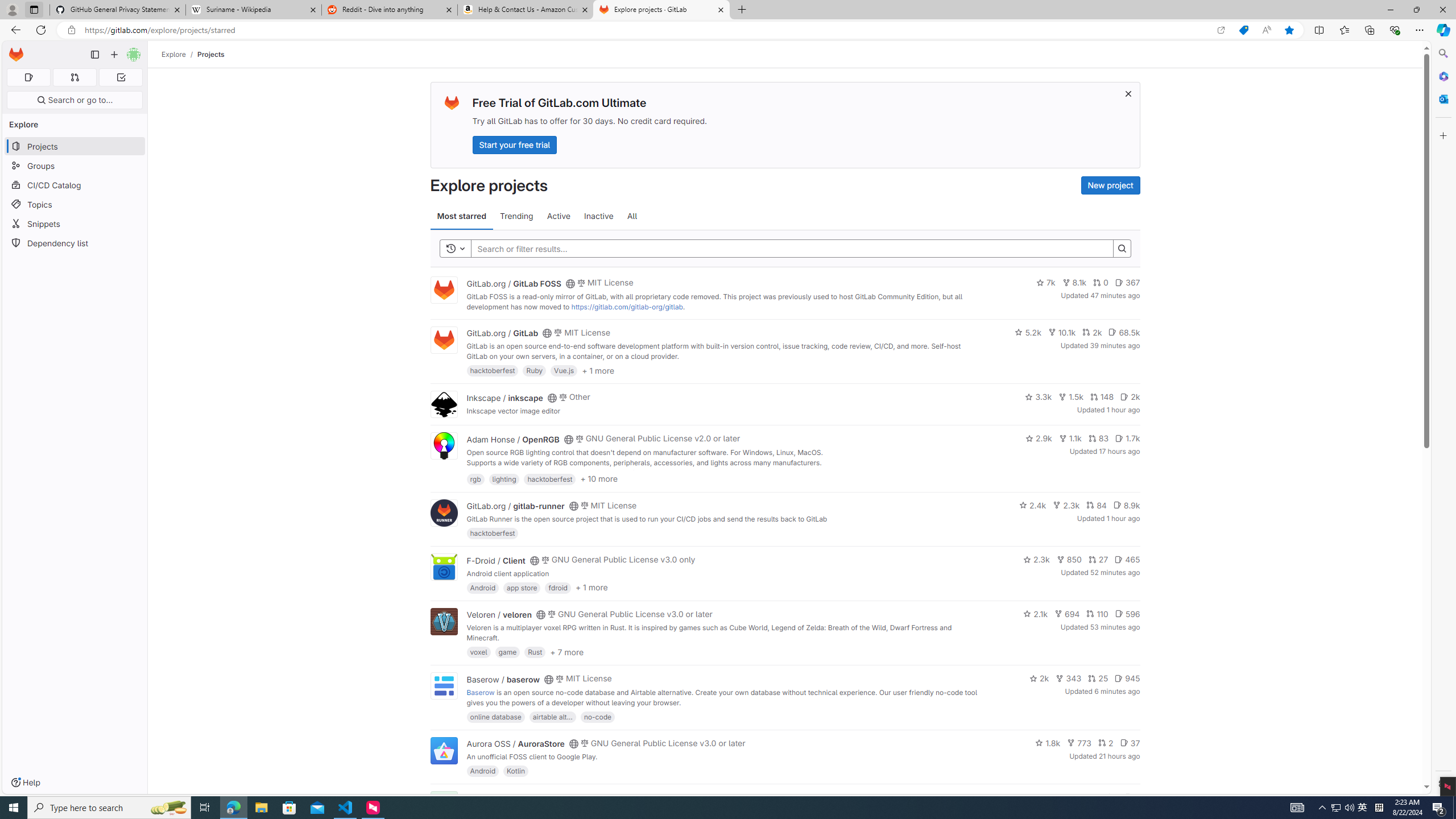 The image size is (1456, 819). Describe the element at coordinates (495, 716) in the screenshot. I see `'online database'` at that location.